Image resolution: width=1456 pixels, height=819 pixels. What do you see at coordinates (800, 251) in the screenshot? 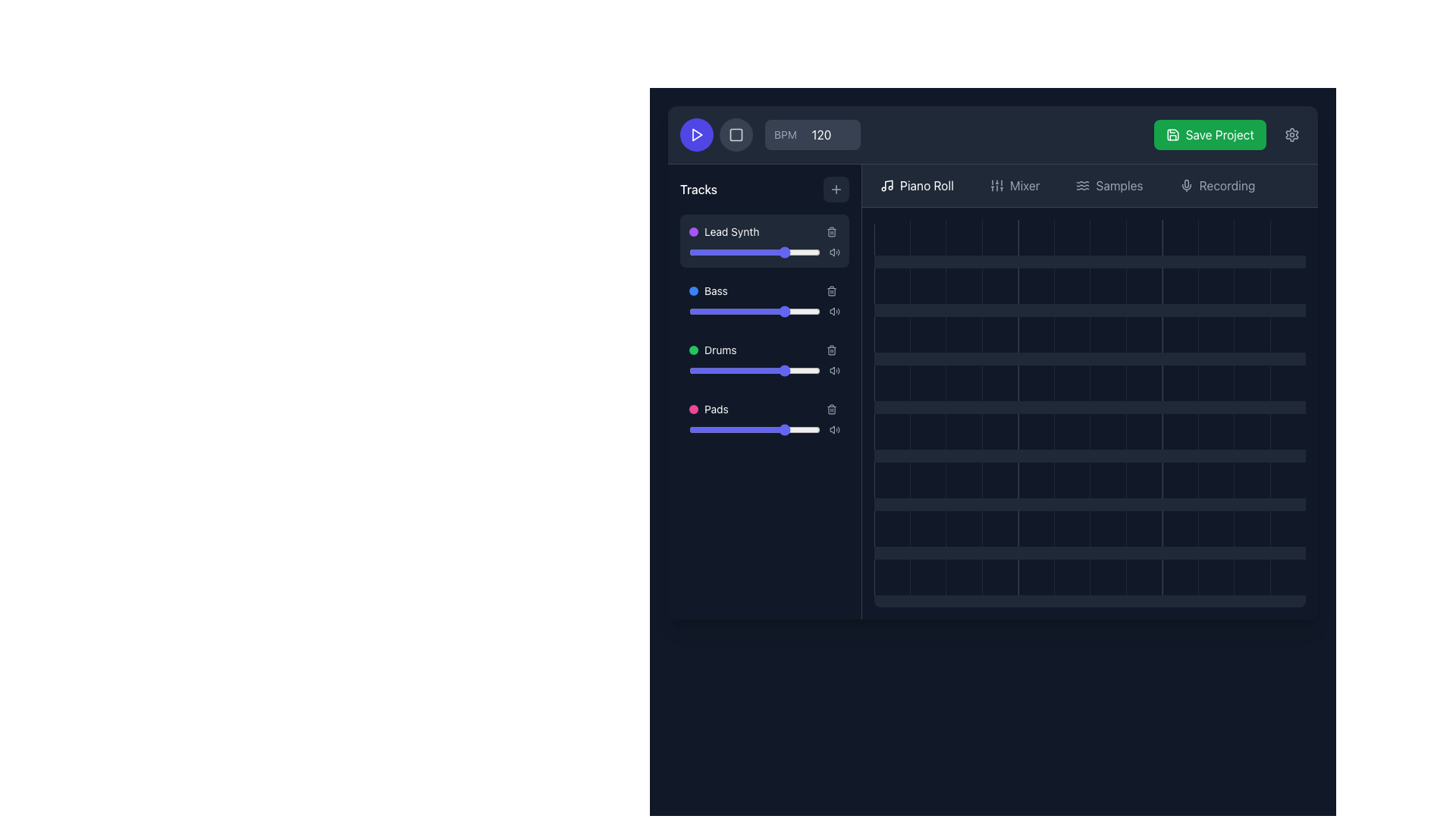
I see `the slider value` at bounding box center [800, 251].